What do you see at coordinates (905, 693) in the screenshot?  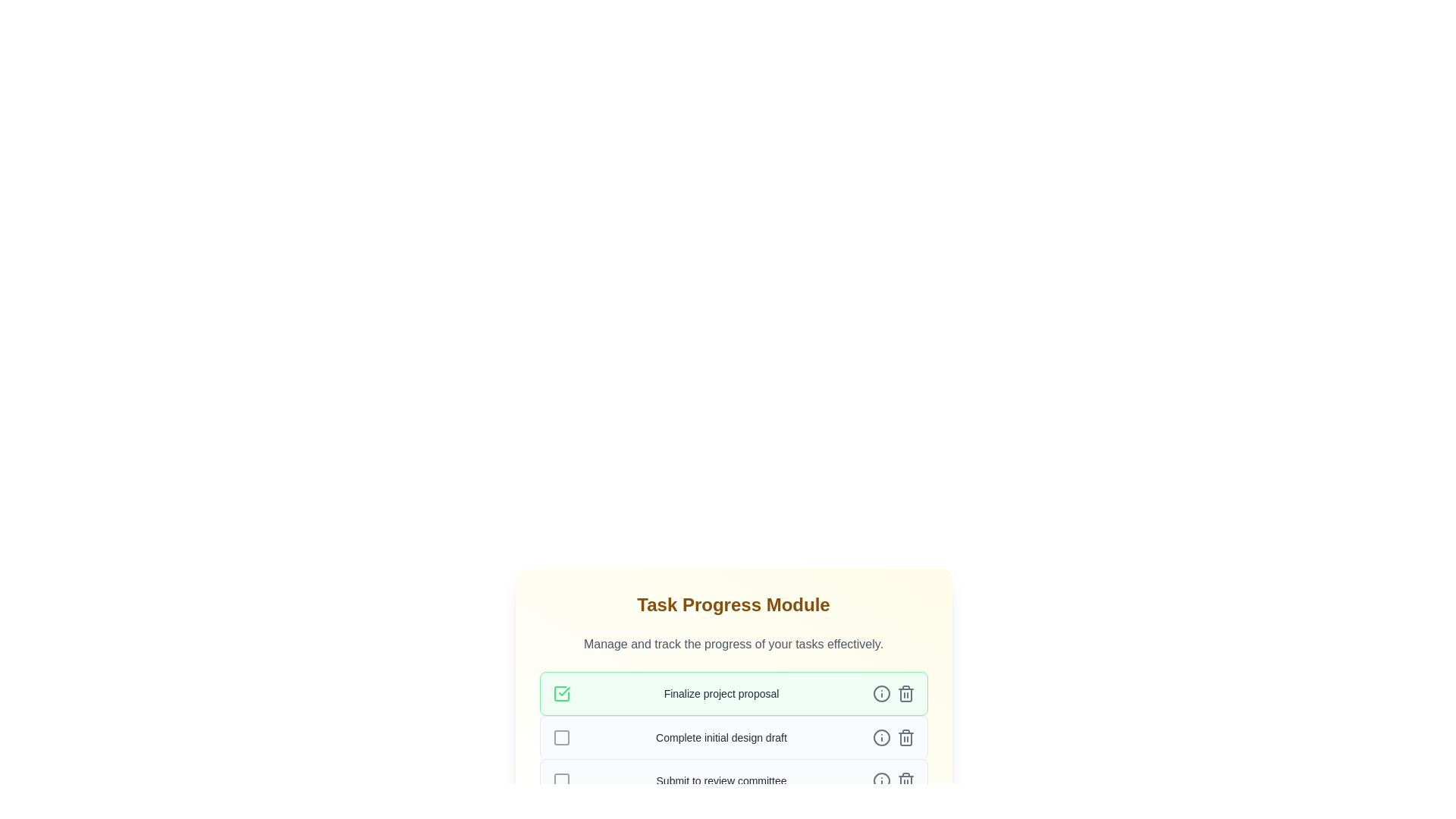 I see `the trash icon` at bounding box center [905, 693].